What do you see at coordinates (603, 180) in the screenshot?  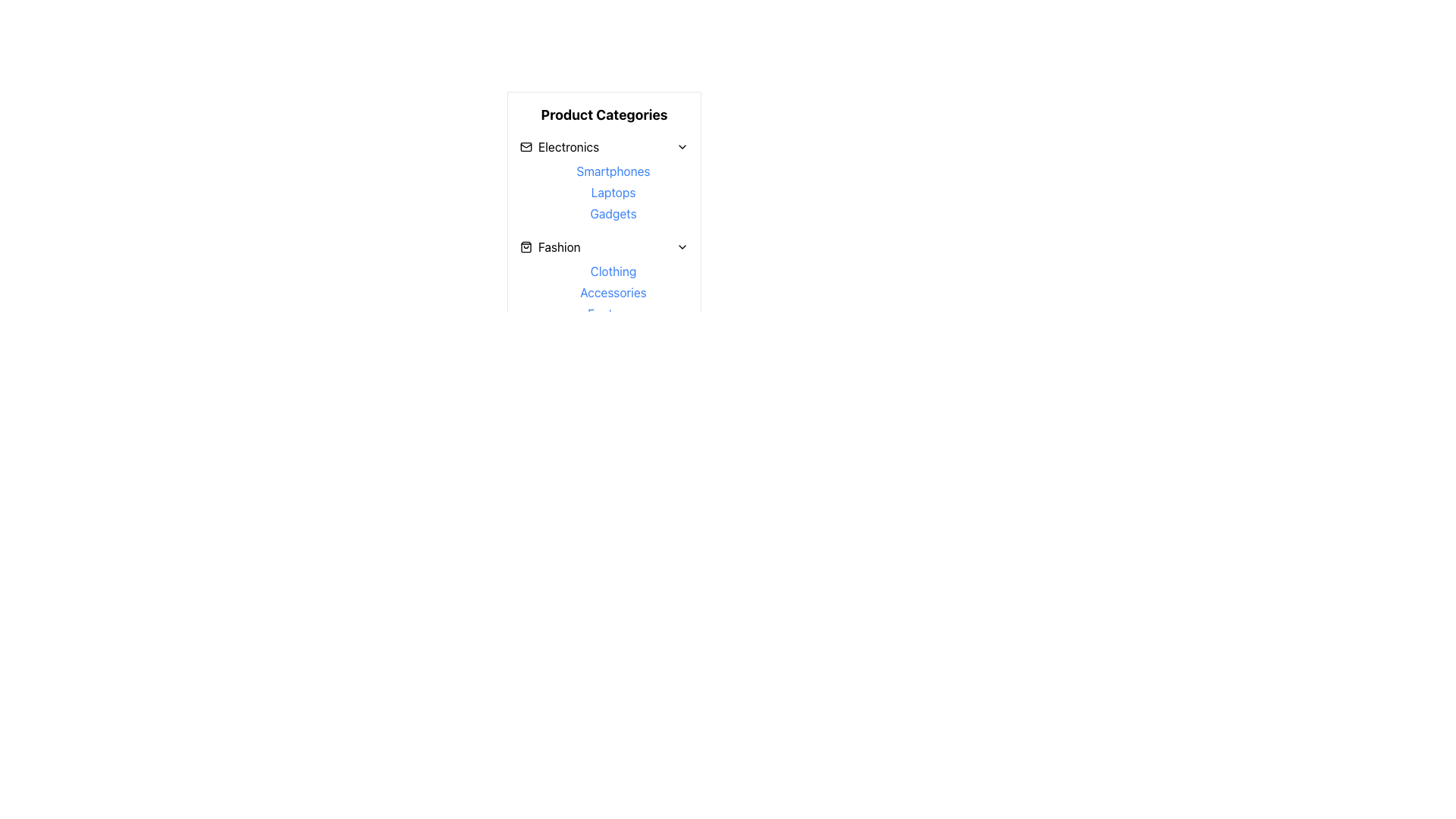 I see `the 'Electronics Smartphones Laptops Gadgets' dropdown submenu to trigger potential interactions with the links 'Smartphones', 'Laptops', and 'Gadgets'` at bounding box center [603, 180].